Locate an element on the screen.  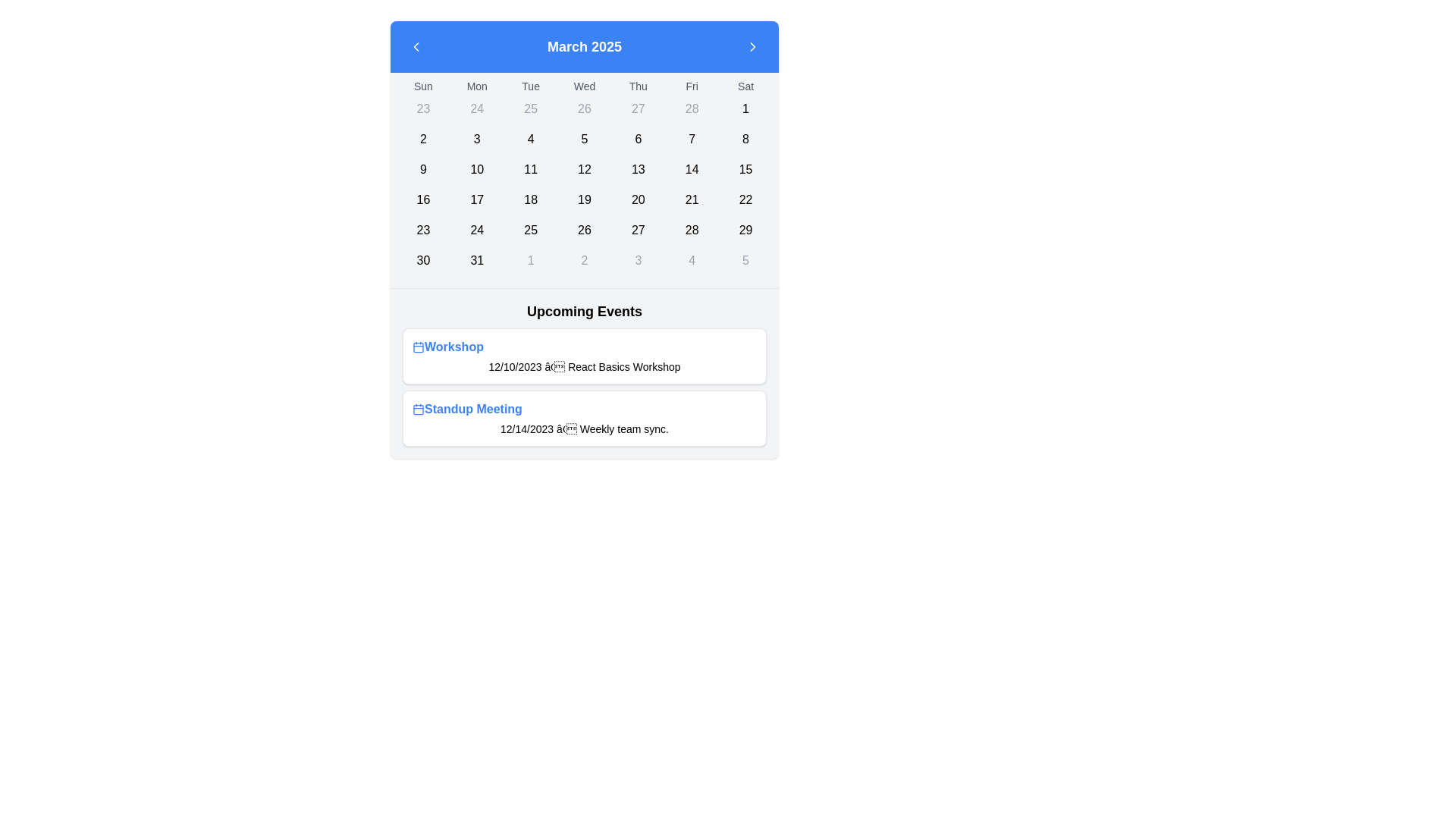
the calendar date cell representing the 28th of March, located under the 'Fri' column header in the second row of the calendar layout is located at coordinates (691, 108).